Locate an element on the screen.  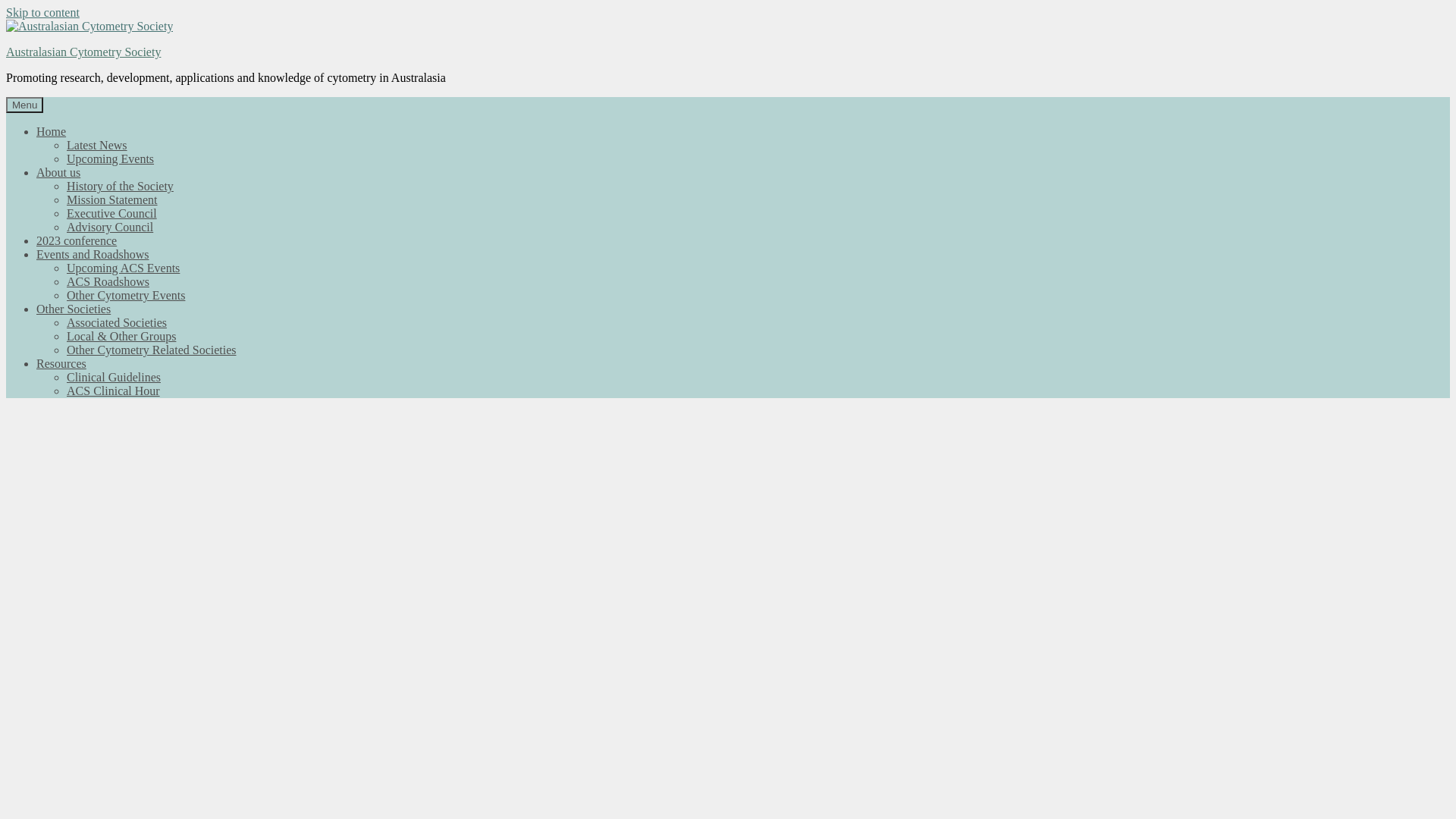
'ACS Roadshows' is located at coordinates (107, 281).